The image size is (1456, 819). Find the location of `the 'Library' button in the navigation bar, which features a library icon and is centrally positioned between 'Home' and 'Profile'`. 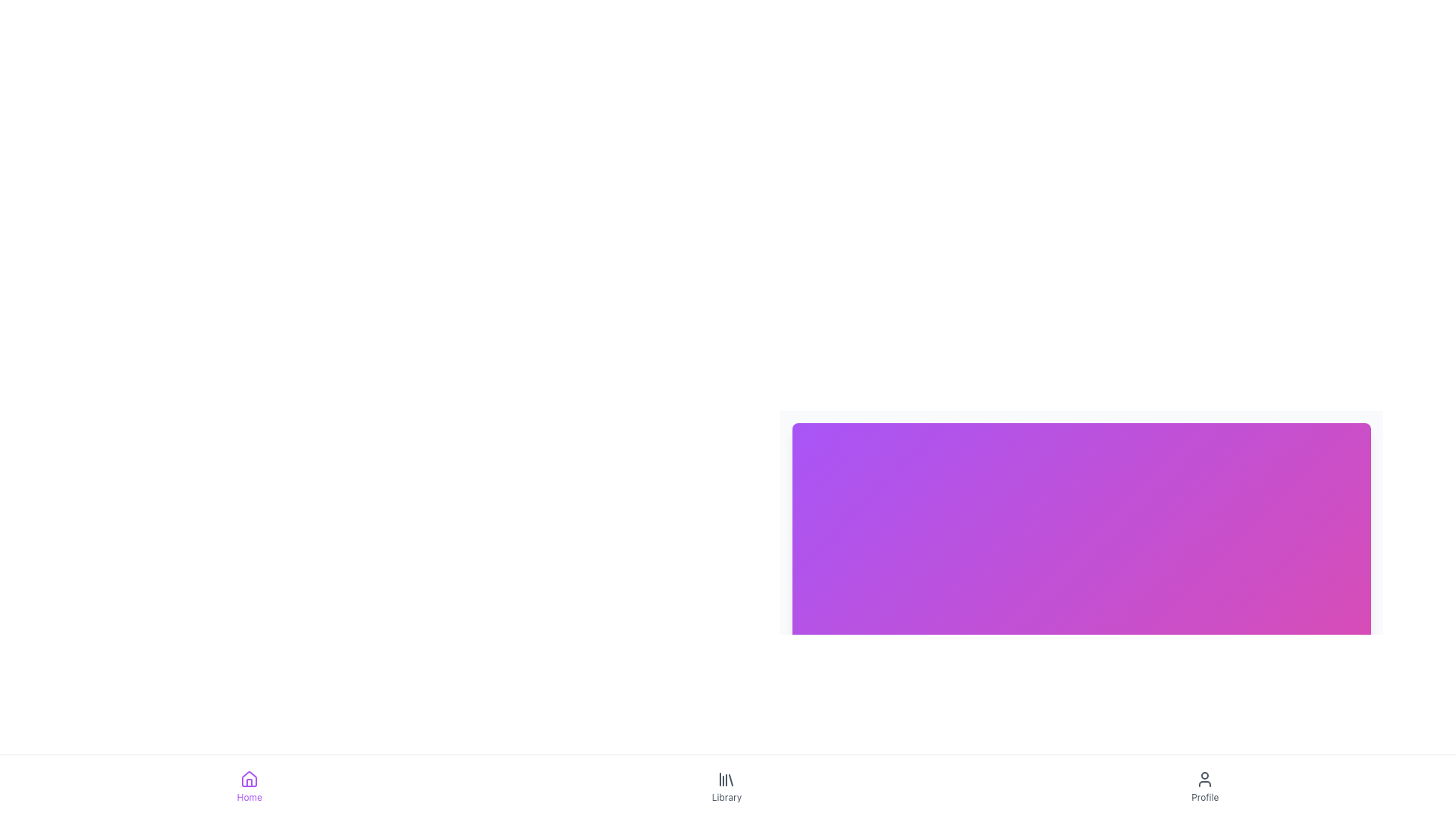

the 'Library' button in the navigation bar, which features a library icon and is centrally positioned between 'Home' and 'Profile' is located at coordinates (726, 786).